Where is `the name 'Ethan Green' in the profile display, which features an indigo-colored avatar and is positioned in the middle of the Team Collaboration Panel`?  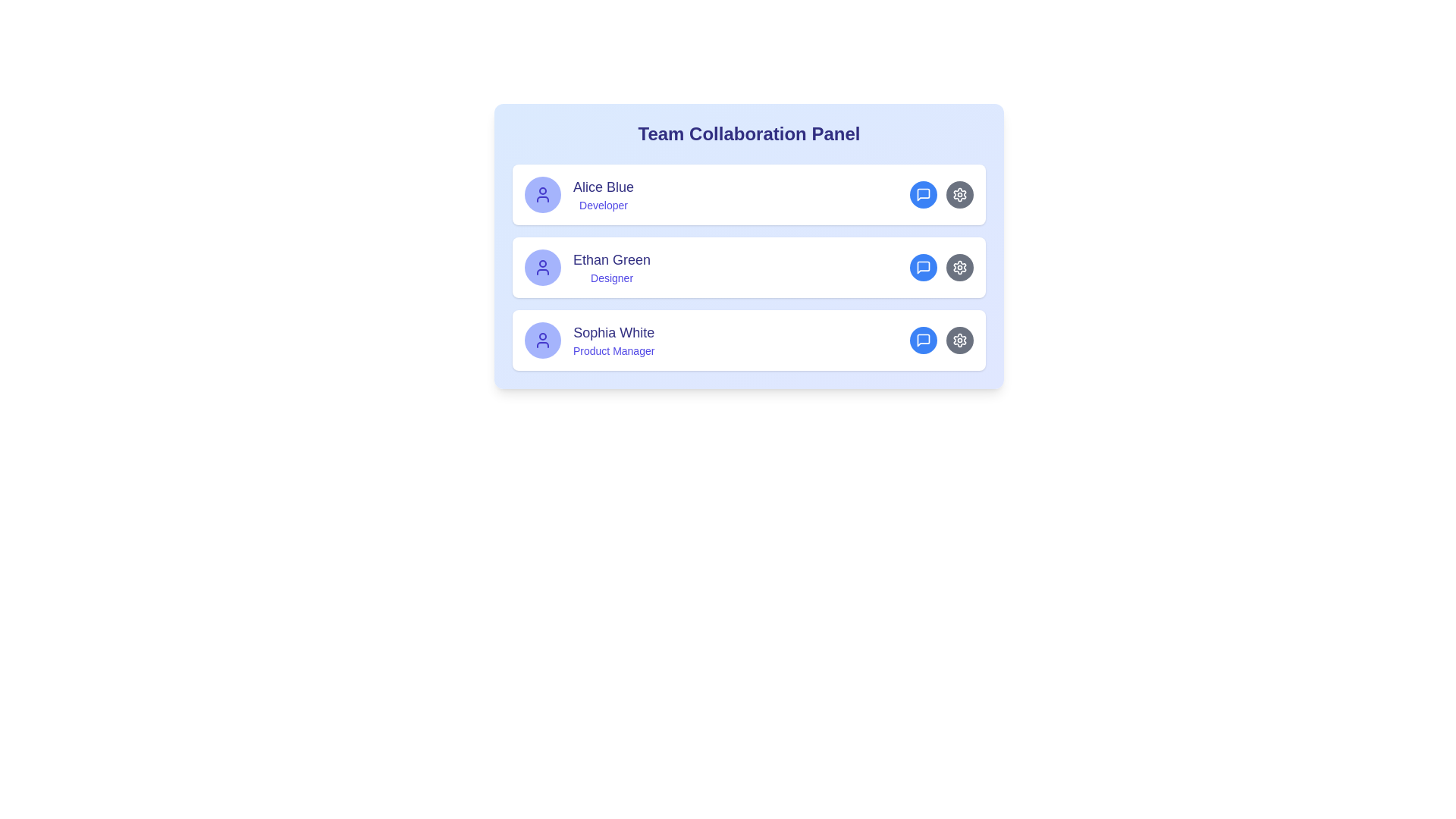
the name 'Ethan Green' in the profile display, which features an indigo-colored avatar and is positioned in the middle of the Team Collaboration Panel is located at coordinates (587, 267).